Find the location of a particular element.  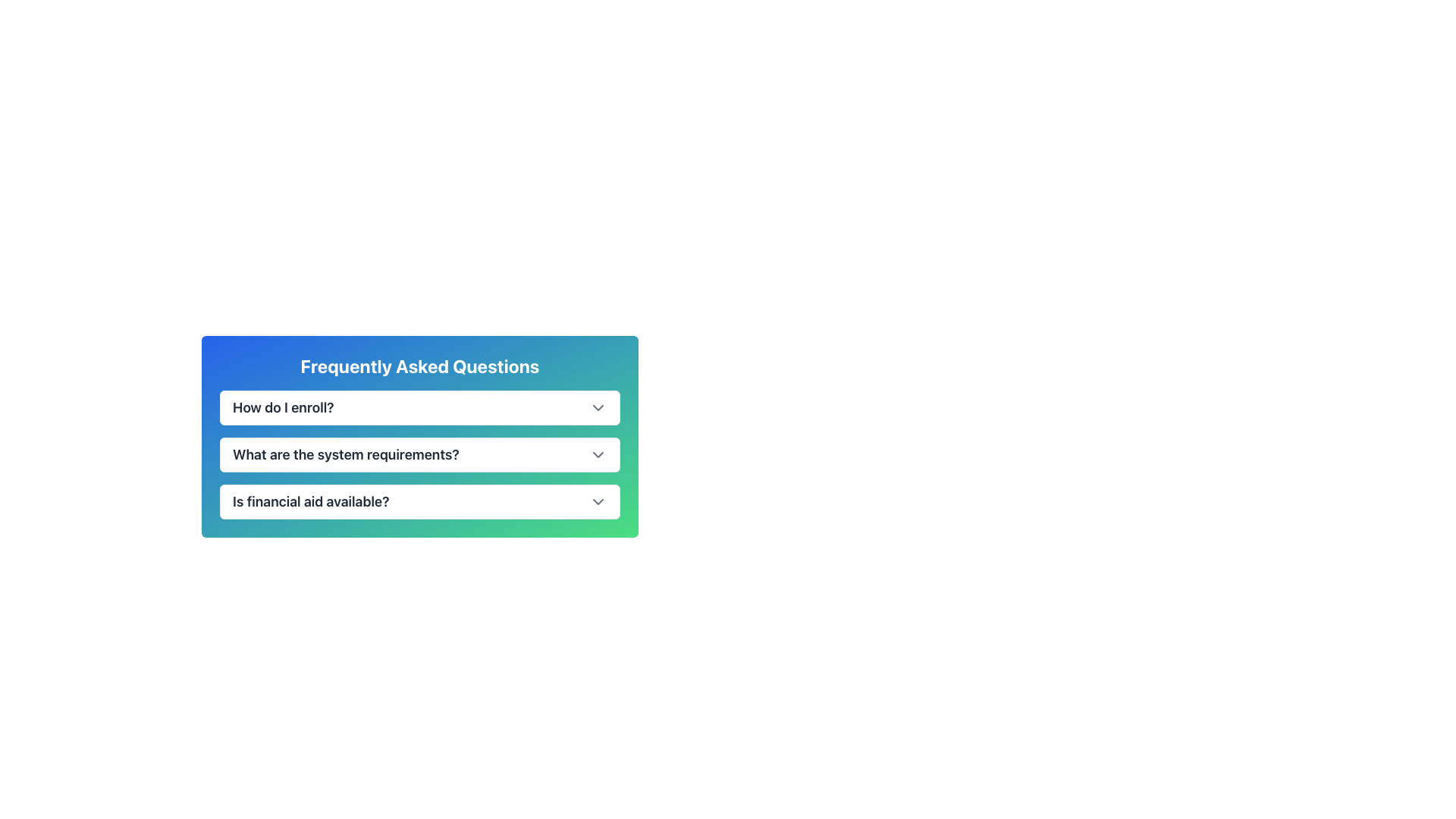

the second Collapsible item in the FAQ section labeled 'What are the system requirements?' is located at coordinates (419, 454).